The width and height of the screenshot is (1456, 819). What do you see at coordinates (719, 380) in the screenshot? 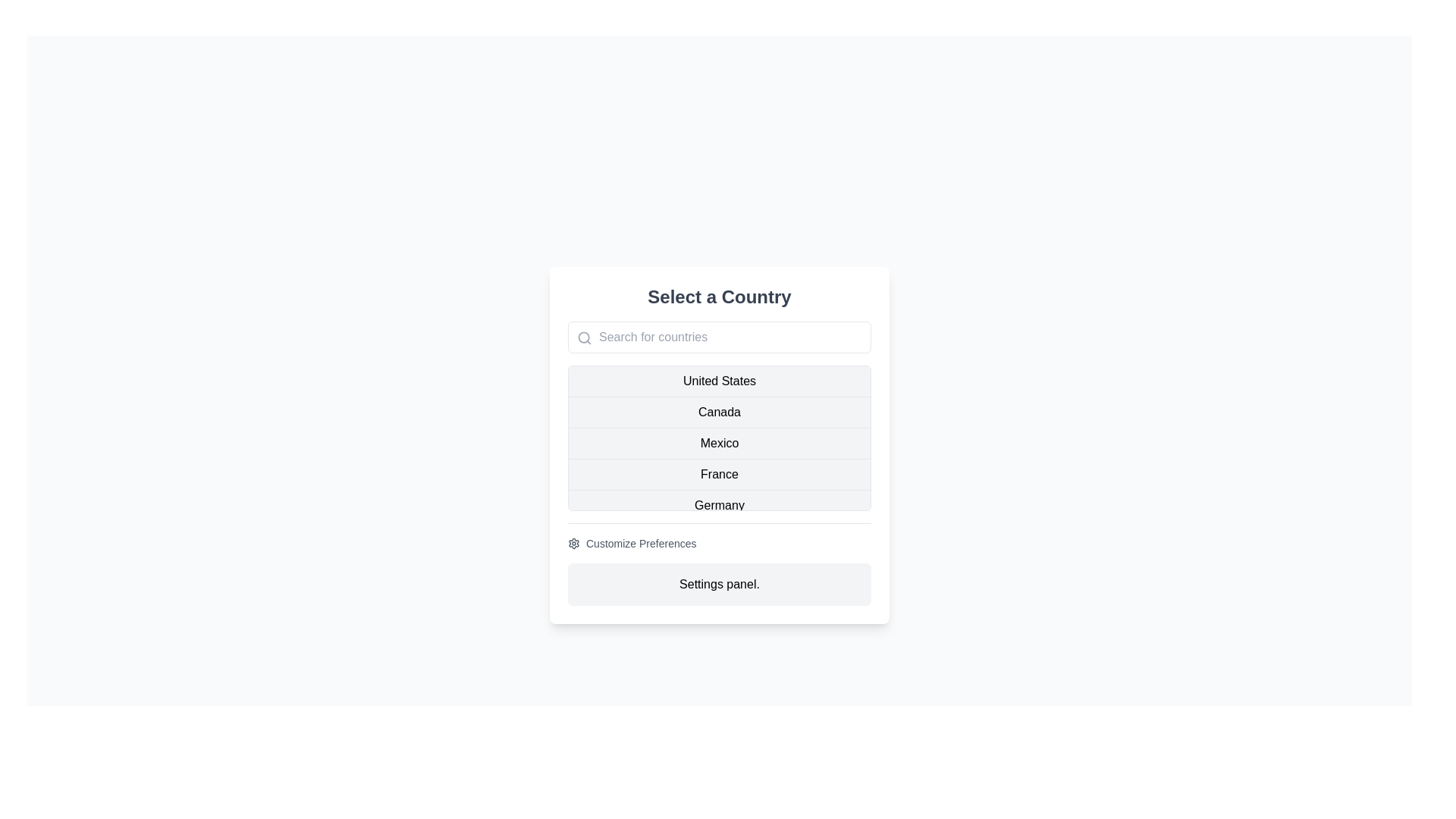
I see `the List item displaying 'United States' in a light gray rectangular background, which is the first item in the country names list` at bounding box center [719, 380].